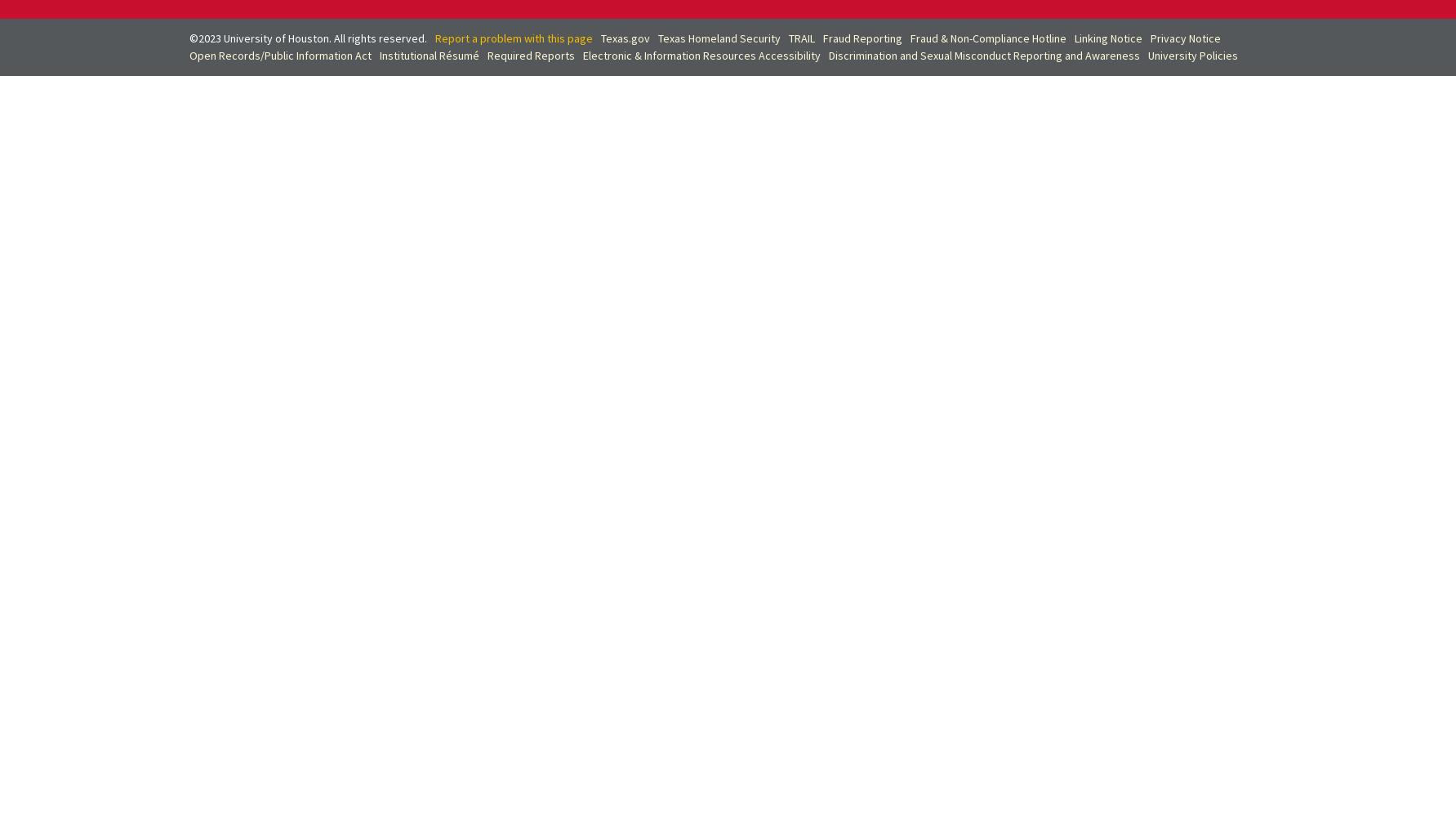 The height and width of the screenshot is (817, 1456). What do you see at coordinates (427, 54) in the screenshot?
I see `'Institutional Résumé'` at bounding box center [427, 54].